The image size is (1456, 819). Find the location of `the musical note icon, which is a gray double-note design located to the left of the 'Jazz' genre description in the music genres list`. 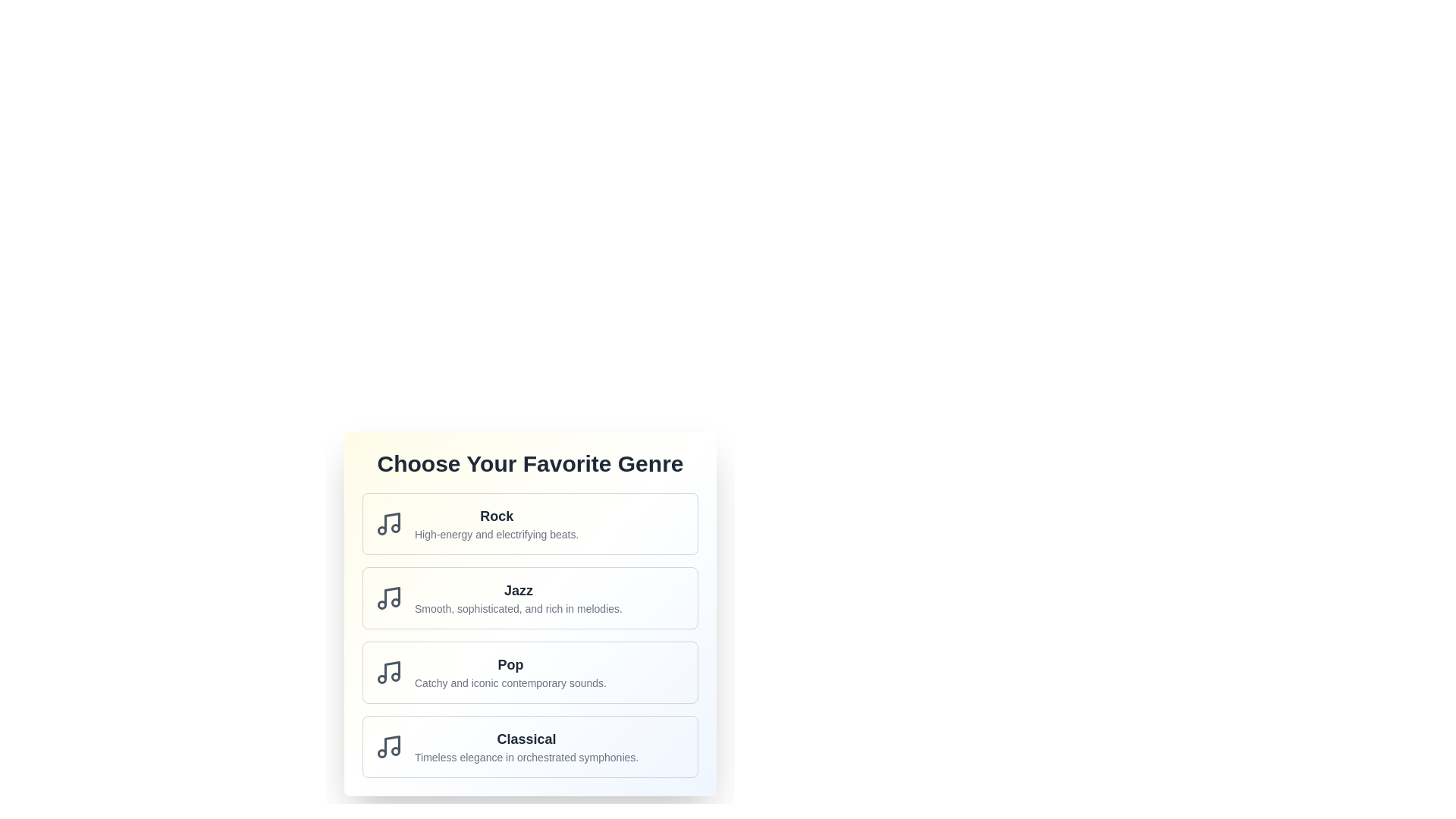

the musical note icon, which is a gray double-note design located to the left of the 'Jazz' genre description in the music genres list is located at coordinates (389, 598).